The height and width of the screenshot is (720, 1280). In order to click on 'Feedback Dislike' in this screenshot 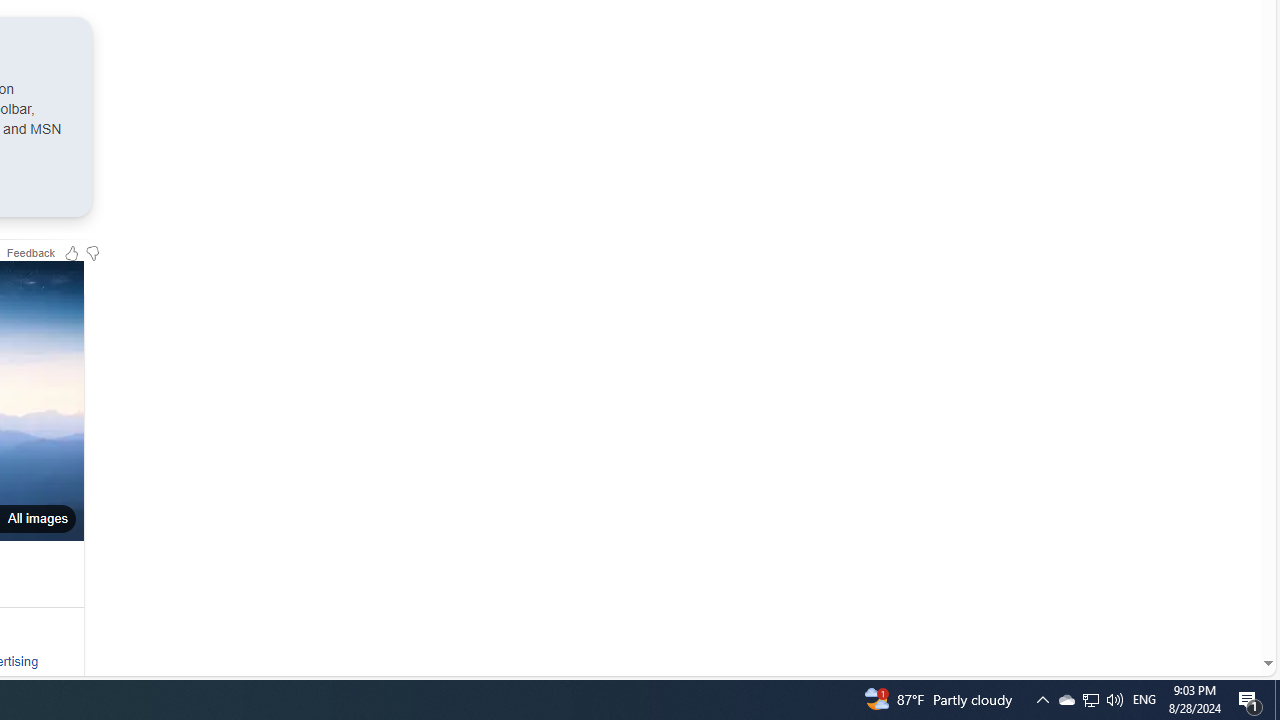, I will do `click(91, 251)`.